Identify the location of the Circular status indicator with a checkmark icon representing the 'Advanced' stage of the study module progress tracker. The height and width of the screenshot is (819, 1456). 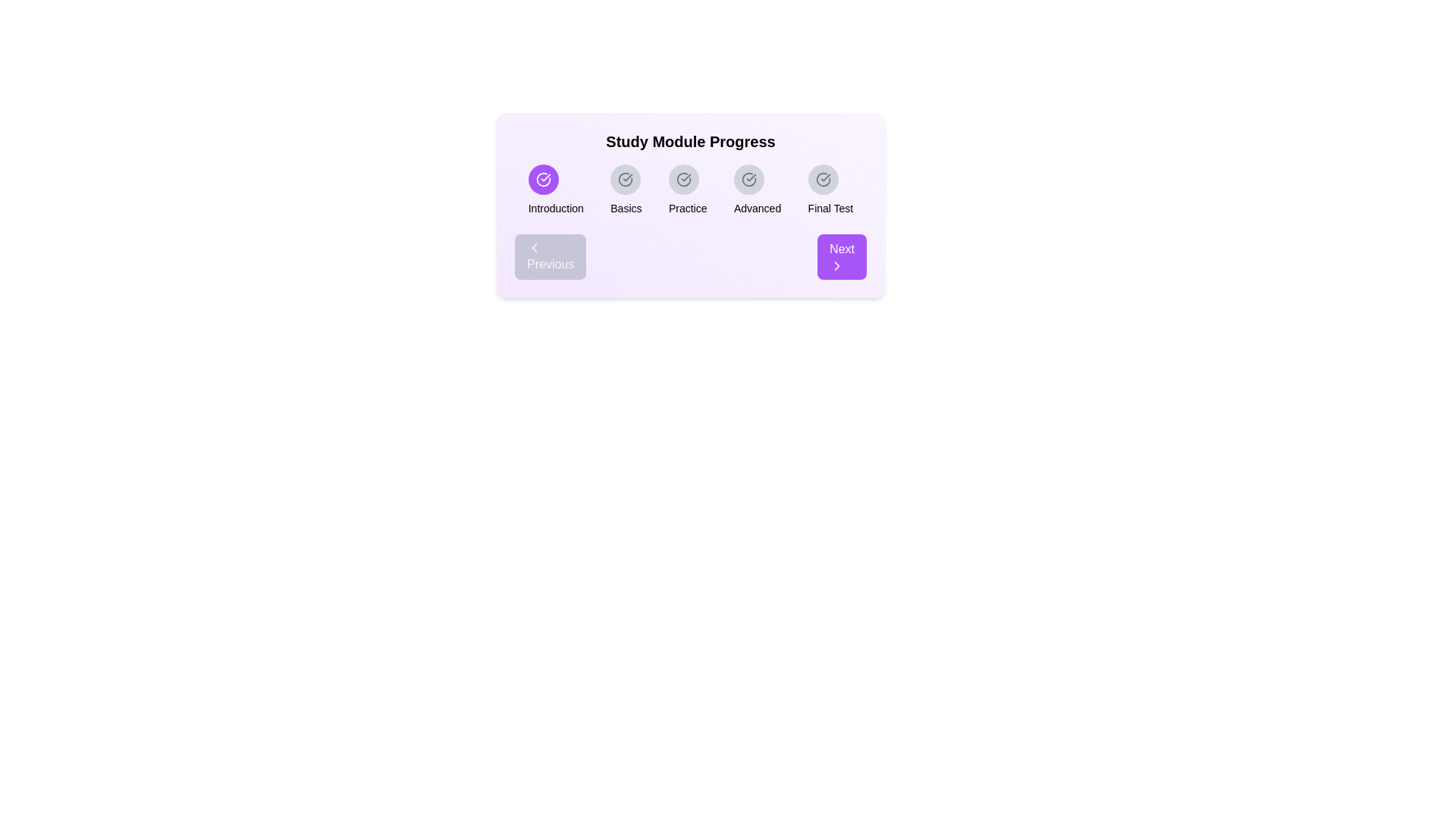
(748, 178).